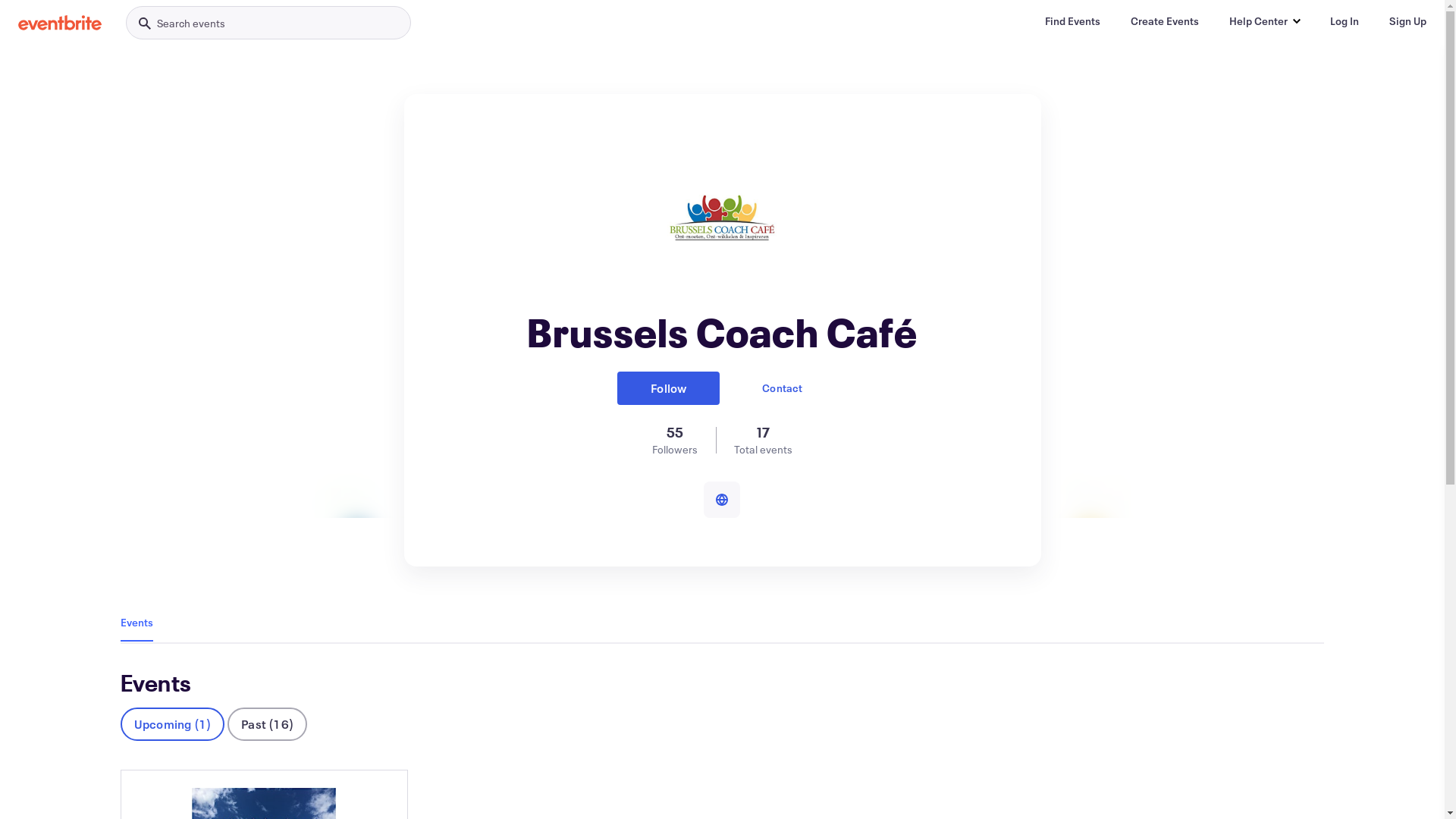 Image resolution: width=1456 pixels, height=819 pixels. Describe the element at coordinates (136, 622) in the screenshot. I see `'Events'` at that location.